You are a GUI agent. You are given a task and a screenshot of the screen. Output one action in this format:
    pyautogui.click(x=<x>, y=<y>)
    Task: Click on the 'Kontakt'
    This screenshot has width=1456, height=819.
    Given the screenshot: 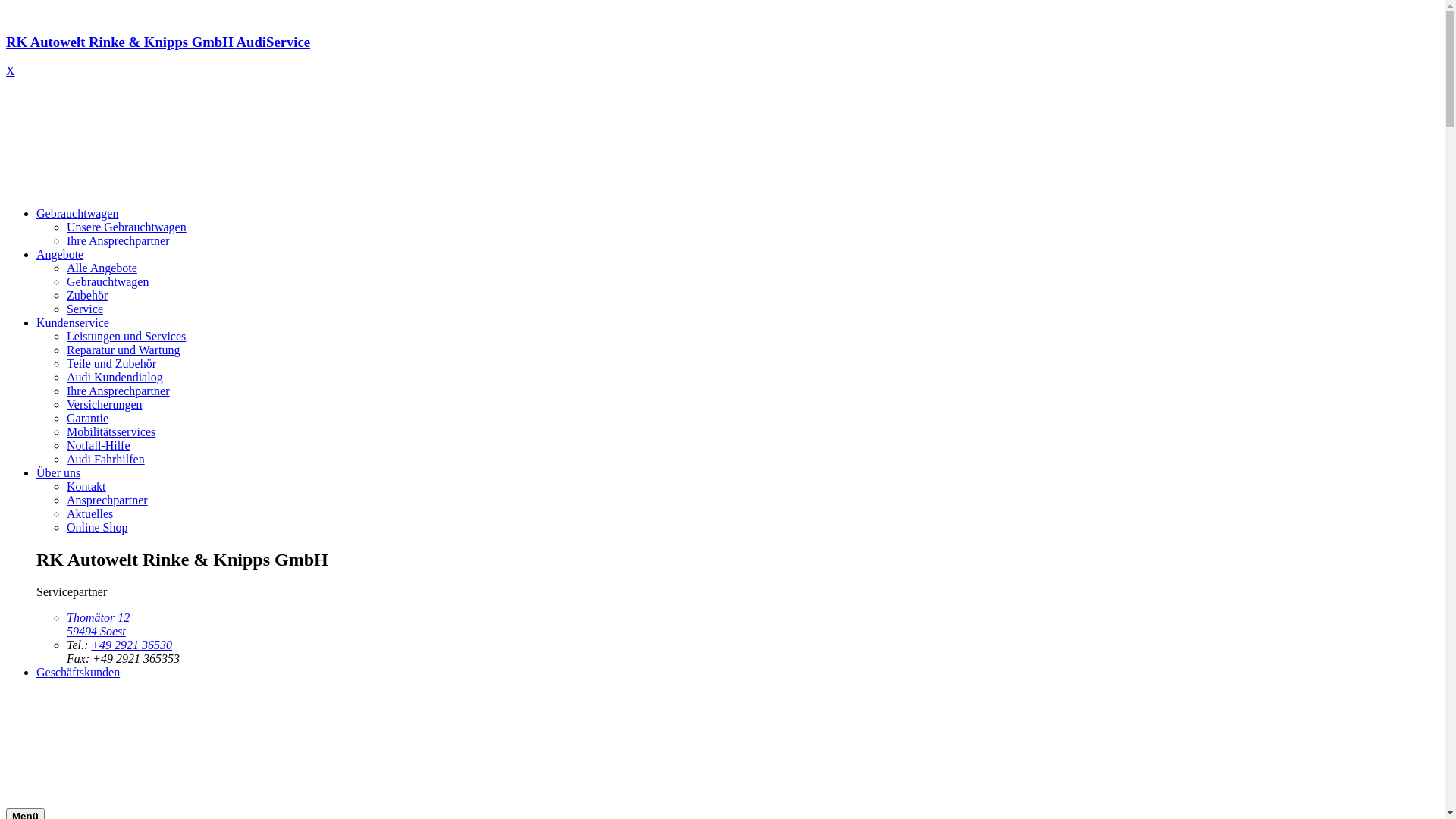 What is the action you would take?
    pyautogui.click(x=86, y=486)
    